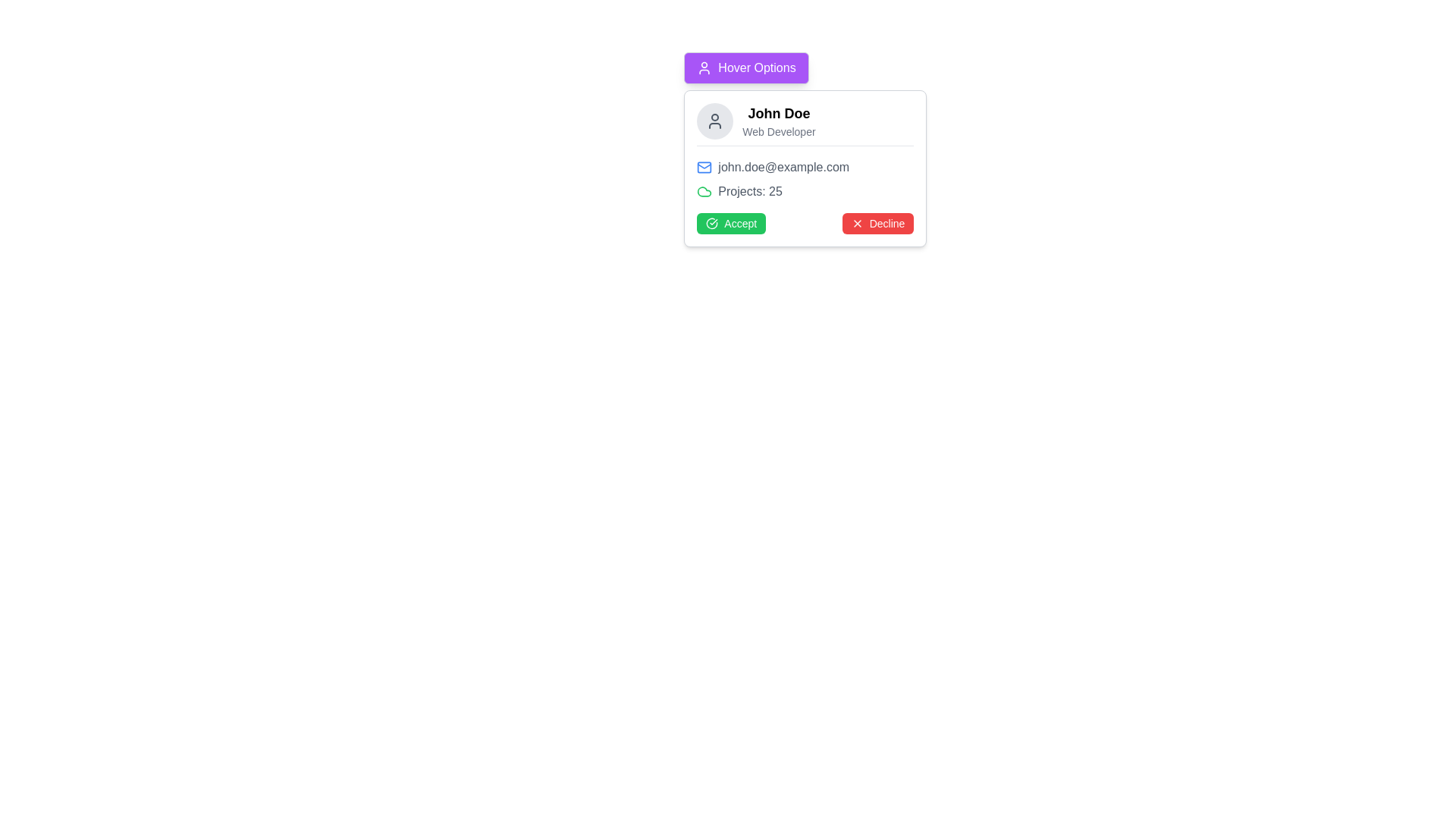 The width and height of the screenshot is (1456, 819). What do you see at coordinates (779, 130) in the screenshot?
I see `the text label that conveys the role or title of the individual in the profile card context, positioned immediately below 'John Doe'` at bounding box center [779, 130].